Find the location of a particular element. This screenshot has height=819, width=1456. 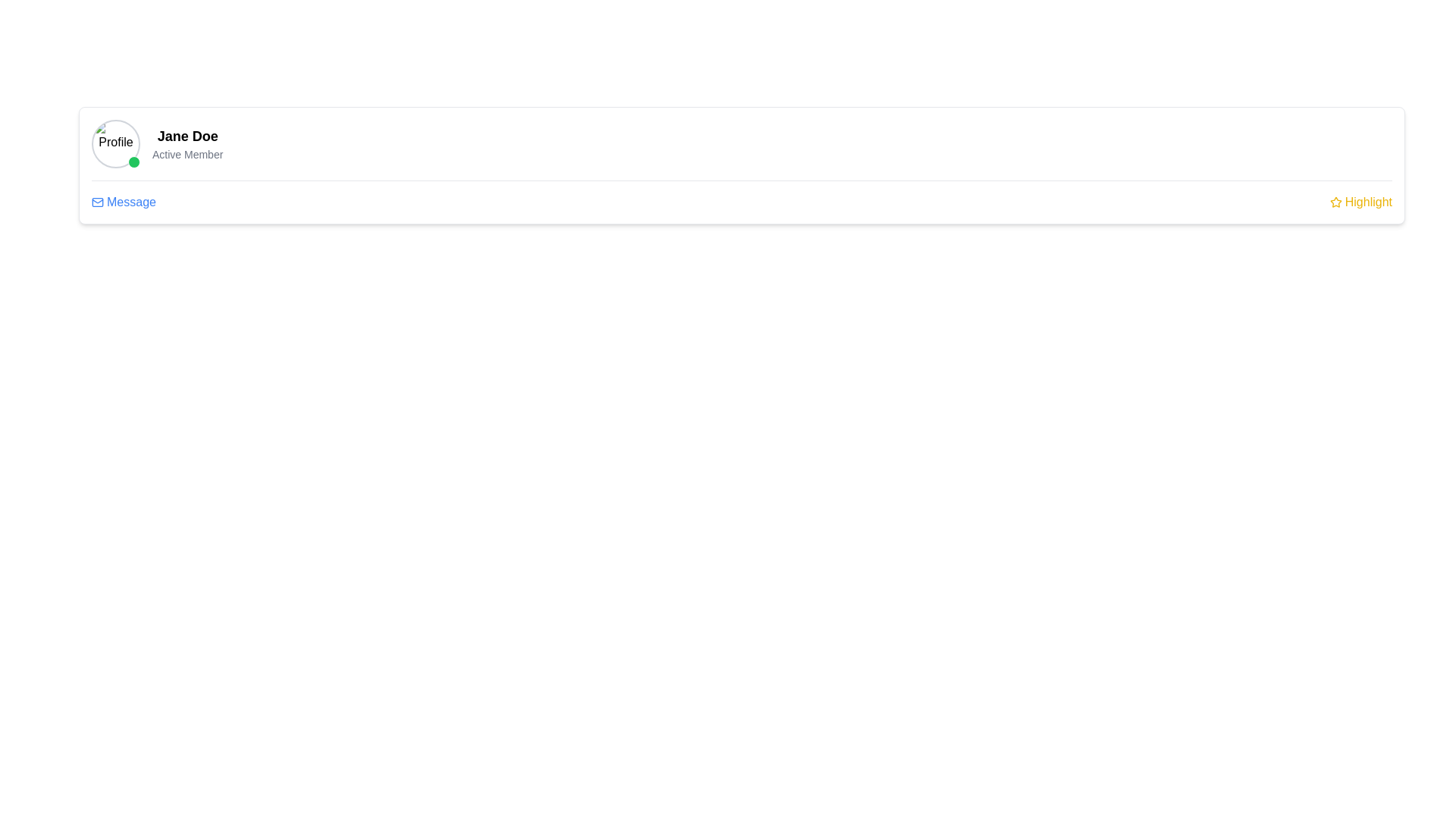

the SVG graphical icon representing the 'Message' functionality, which is located next to the textual label 'Message' in the lower-left area of the user information card is located at coordinates (97, 201).